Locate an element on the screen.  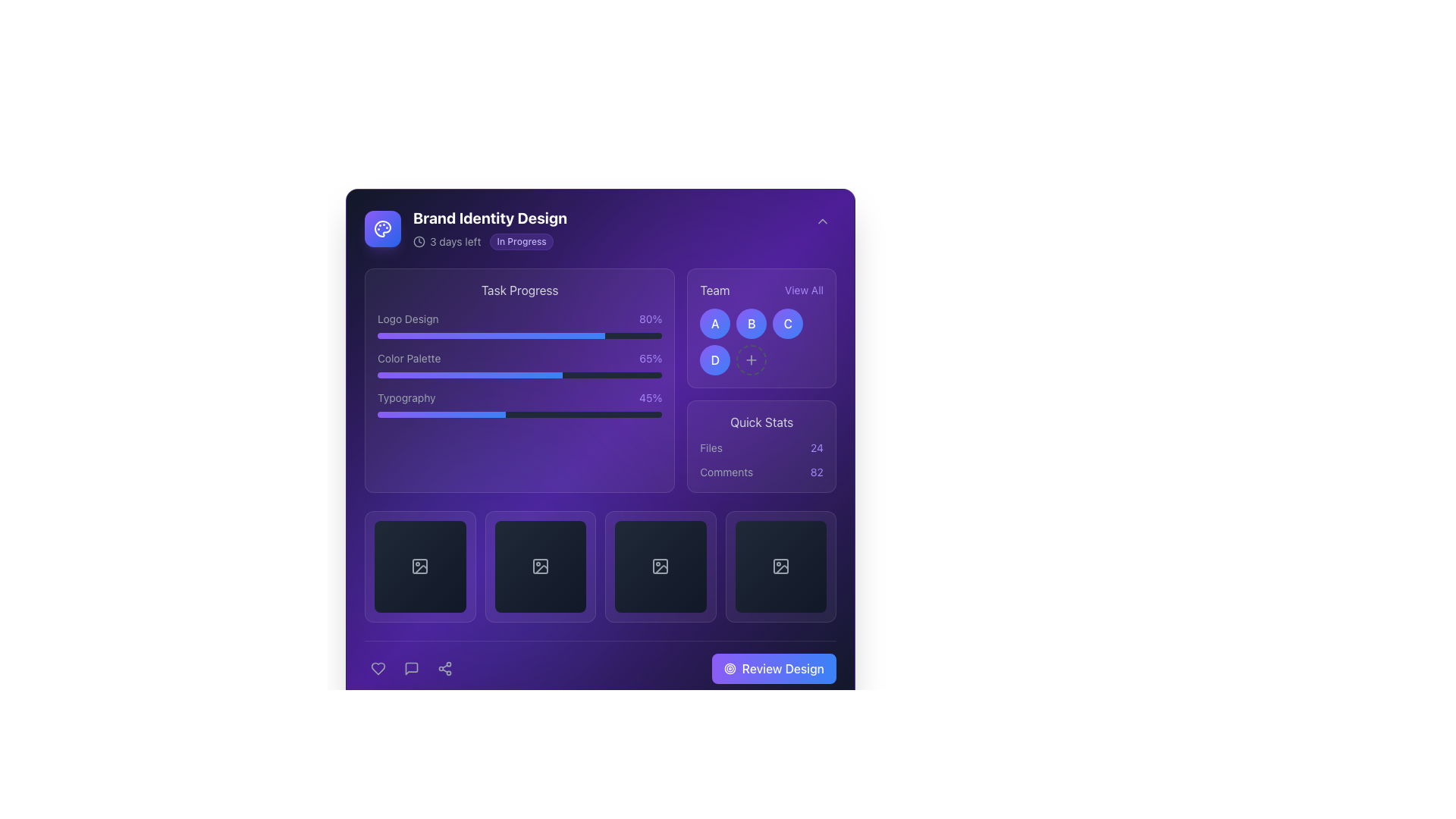
the circular button with a gradient background from violet to blue that has a white 'A' character in the center, located at the top-left corner of the 'Team' section is located at coordinates (714, 323).